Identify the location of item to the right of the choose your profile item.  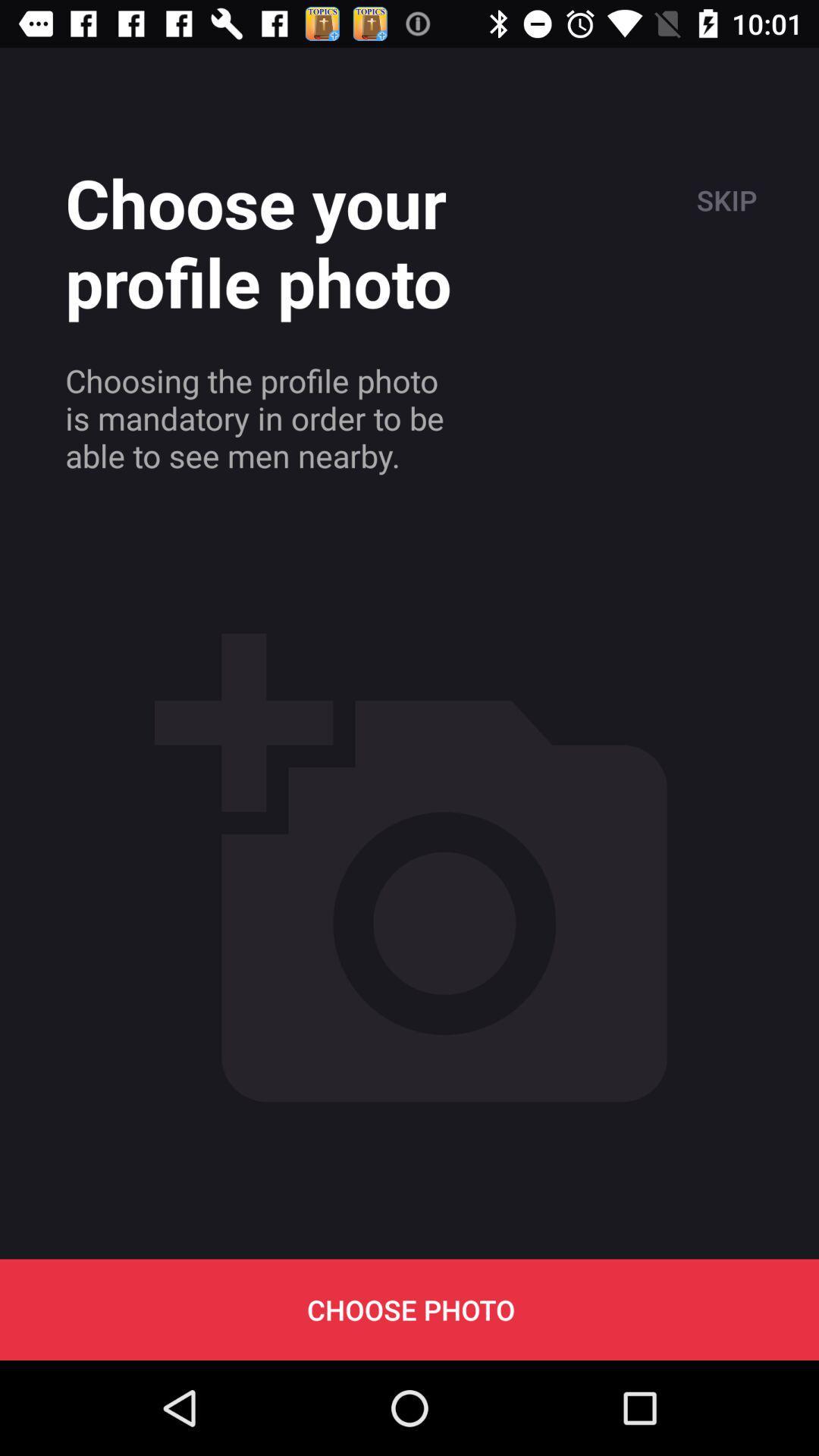
(724, 199).